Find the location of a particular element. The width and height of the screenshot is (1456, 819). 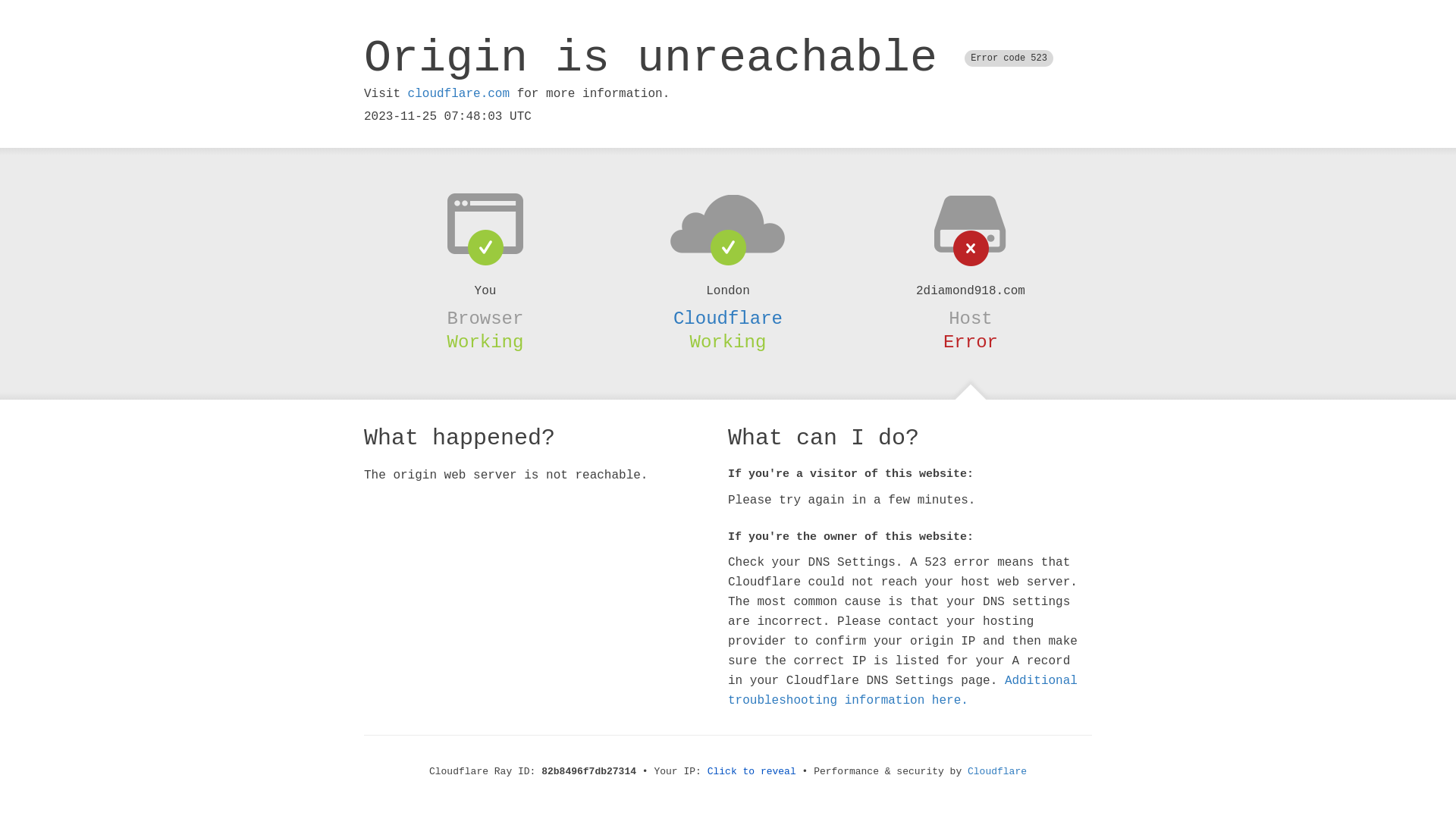

'Cloudflare' is located at coordinates (967, 771).